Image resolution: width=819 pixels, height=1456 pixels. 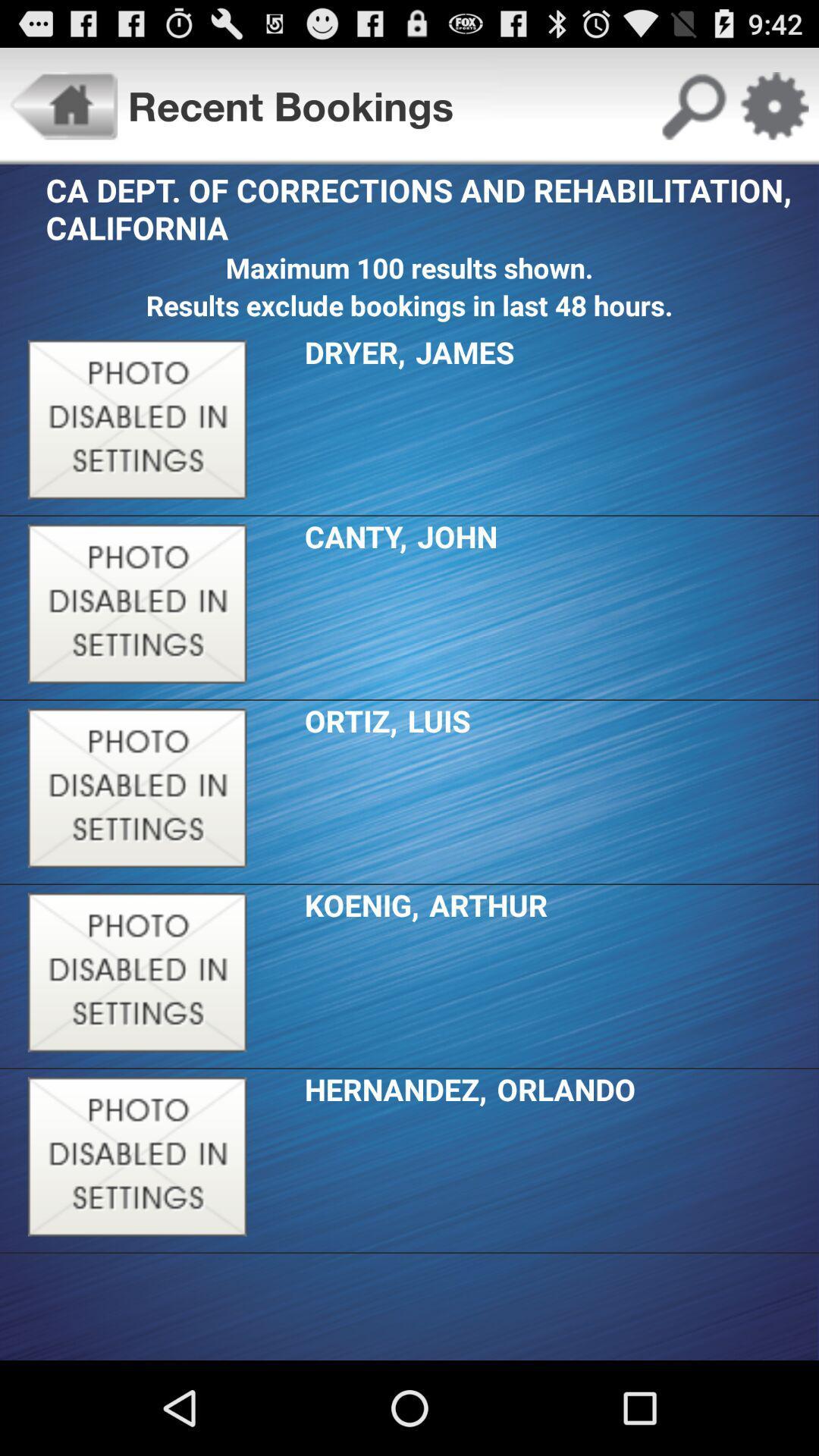 I want to click on the settings icon, so click(x=773, y=112).